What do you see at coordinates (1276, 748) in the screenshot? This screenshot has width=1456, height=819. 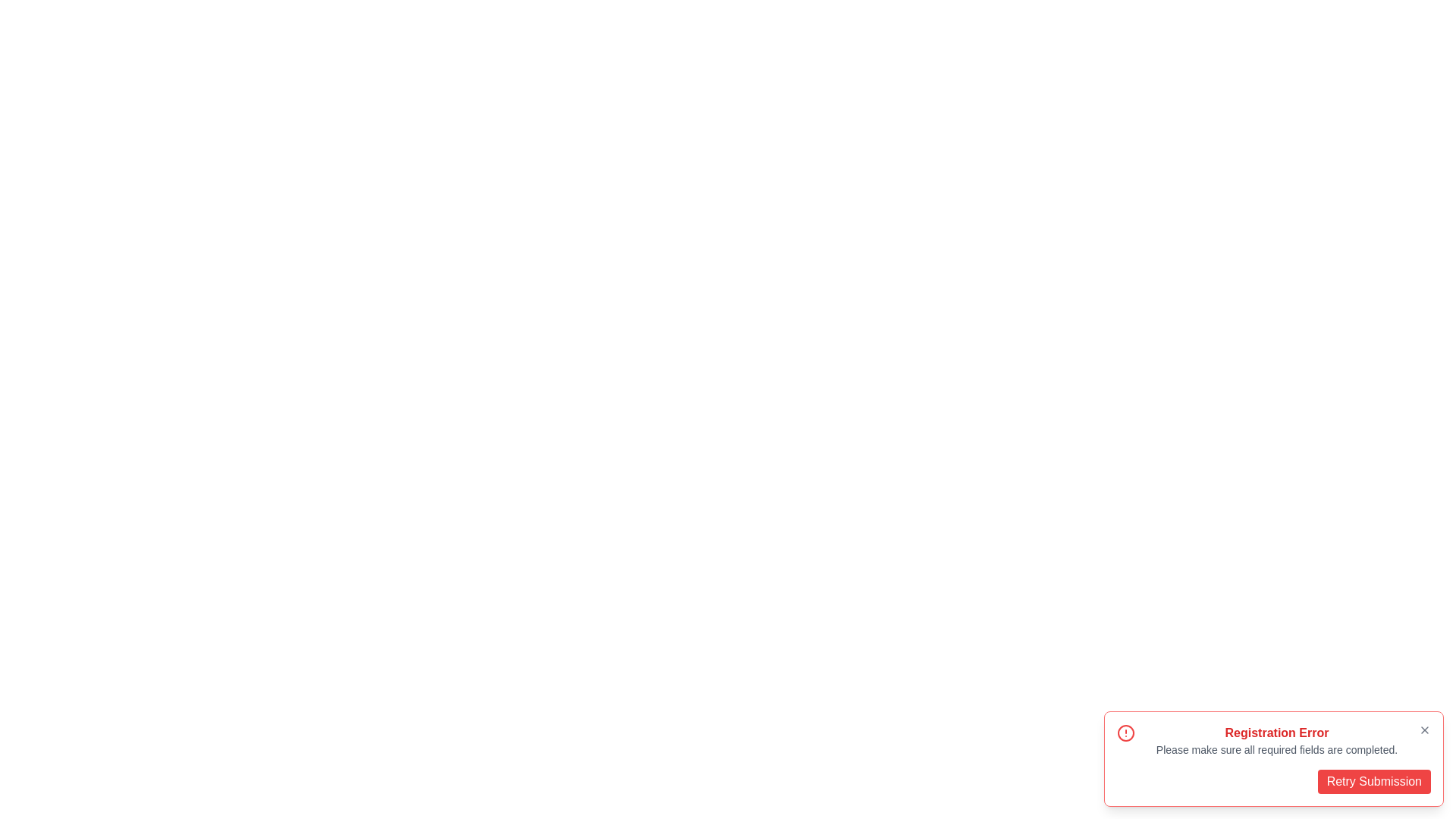 I see `the Text label that provides a descriptive message about incomplete required fields, located in the bottom-right corner of the dialog box below the title 'Registration Error'` at bounding box center [1276, 748].